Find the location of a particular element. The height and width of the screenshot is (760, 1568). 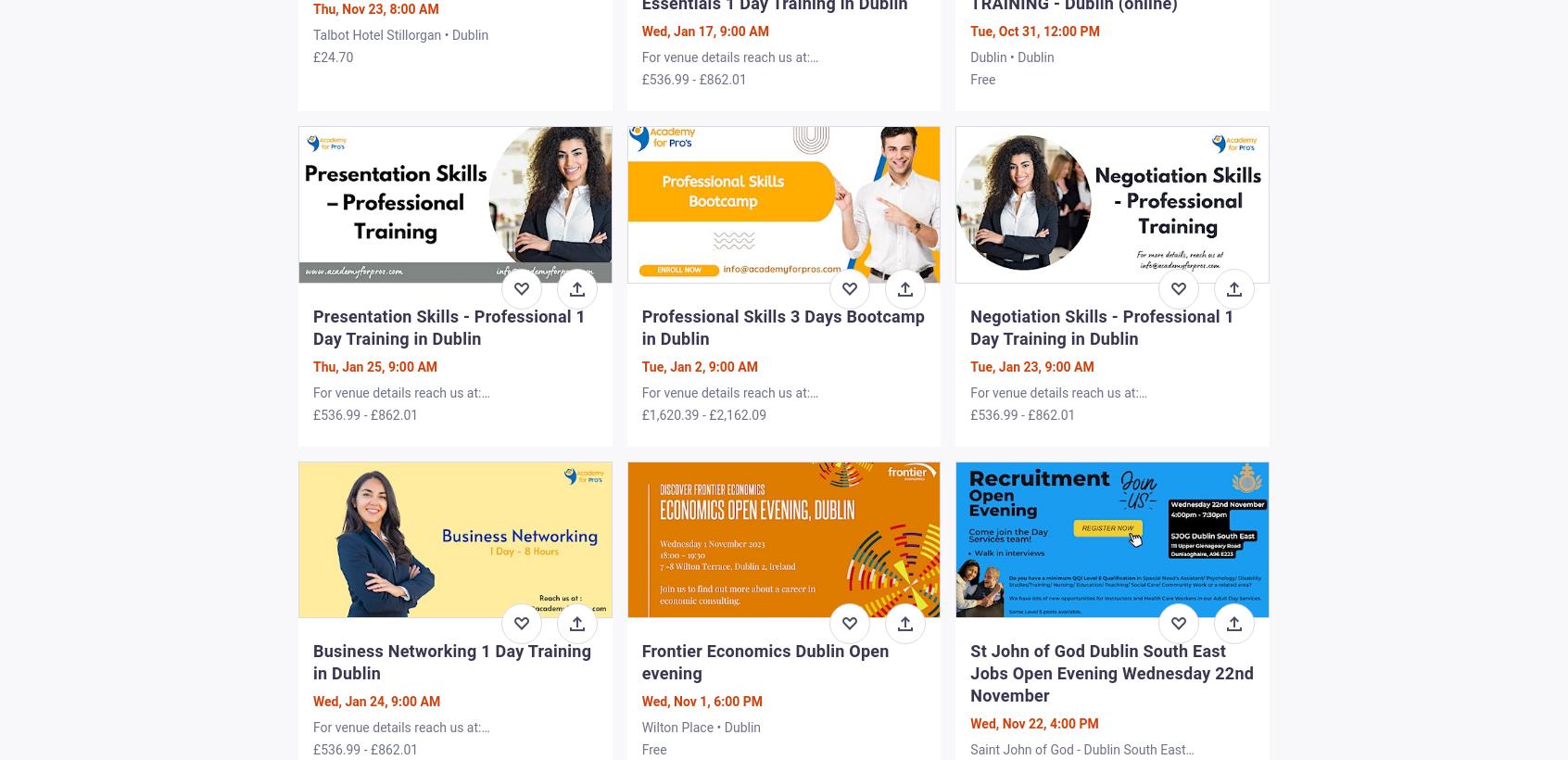

'St John of God Dublin South East Jobs Open Evening Wednesday 22nd November' is located at coordinates (1110, 671).